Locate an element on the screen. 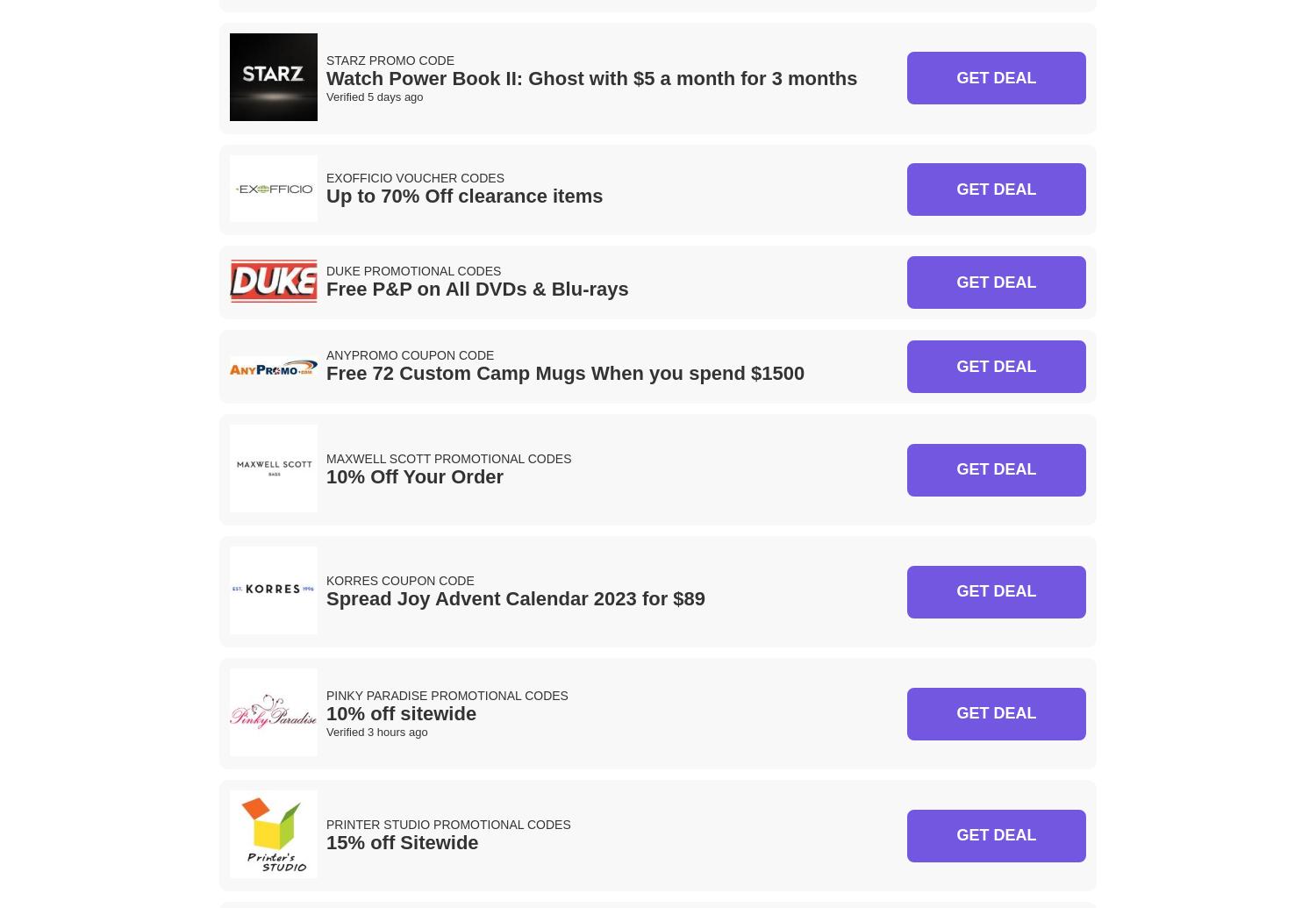 This screenshot has height=908, width=1316. 'Starz Promo Code' is located at coordinates (389, 59).